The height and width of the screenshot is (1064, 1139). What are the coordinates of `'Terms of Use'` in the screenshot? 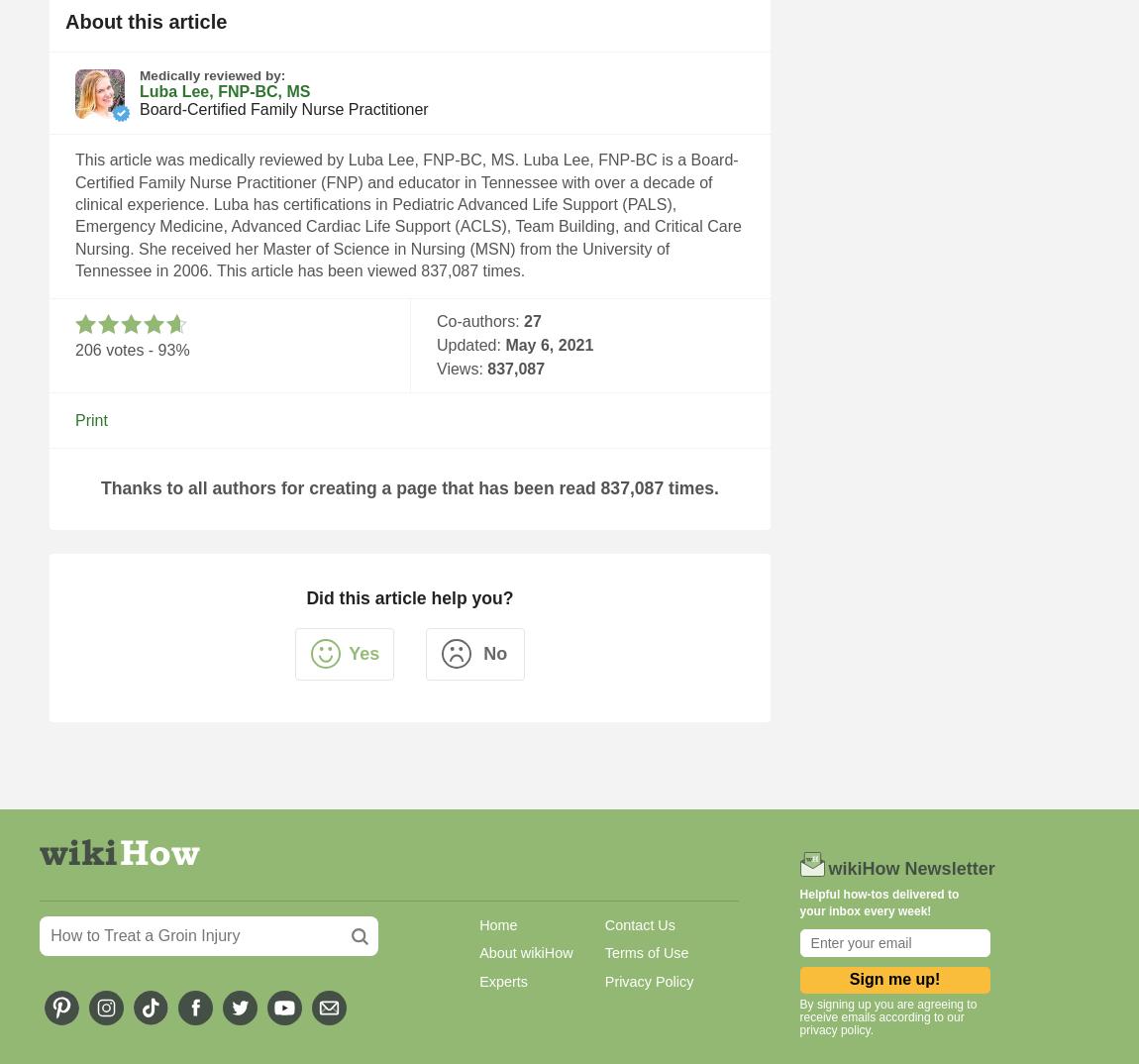 It's located at (602, 952).